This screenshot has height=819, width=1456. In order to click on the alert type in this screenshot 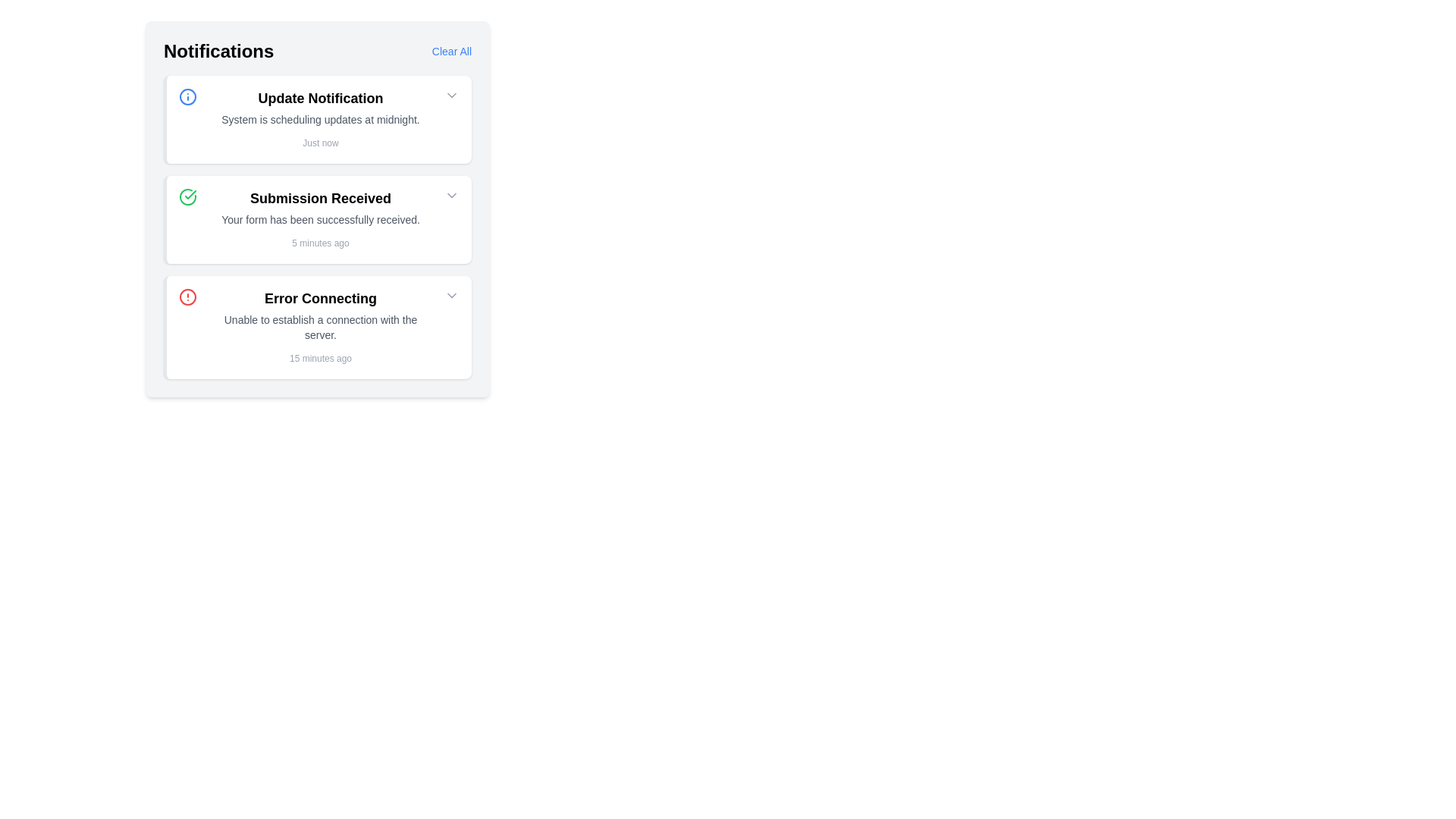, I will do `click(187, 297)`.